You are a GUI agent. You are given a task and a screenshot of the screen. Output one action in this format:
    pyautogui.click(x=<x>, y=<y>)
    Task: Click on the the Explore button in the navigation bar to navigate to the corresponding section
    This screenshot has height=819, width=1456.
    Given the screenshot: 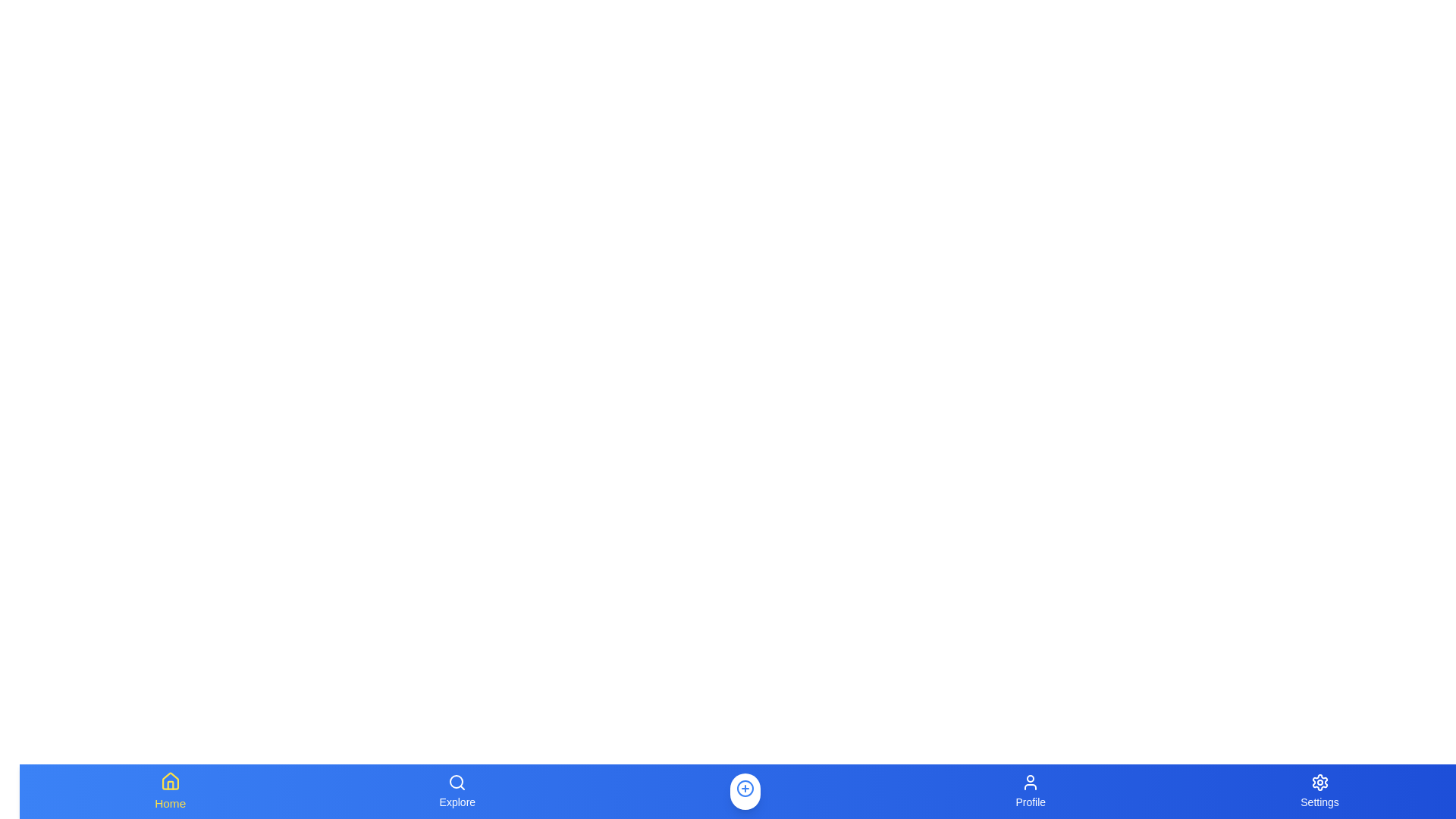 What is the action you would take?
    pyautogui.click(x=457, y=791)
    